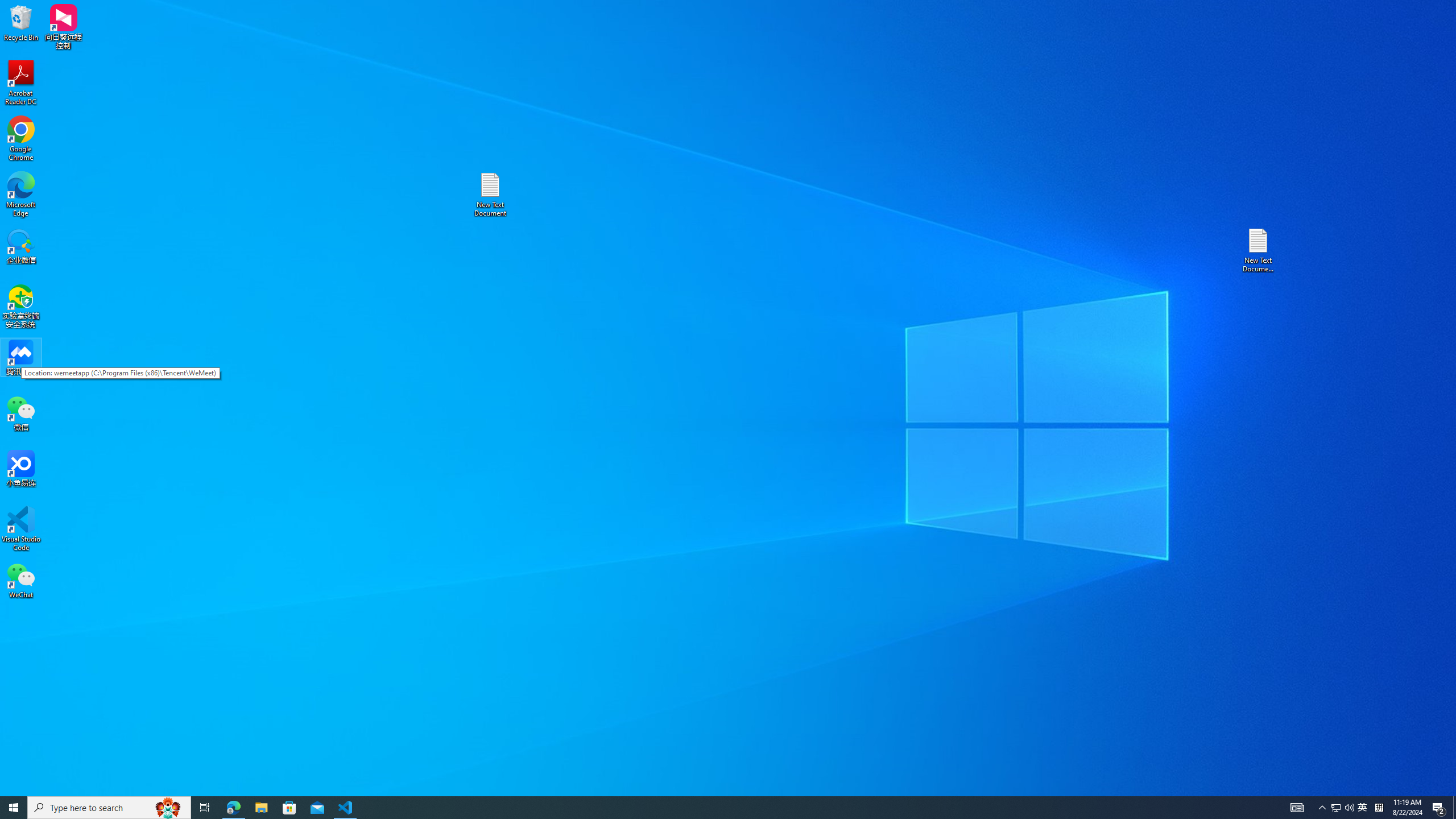 This screenshot has width=1456, height=819. What do you see at coordinates (204, 806) in the screenshot?
I see `'Task View'` at bounding box center [204, 806].